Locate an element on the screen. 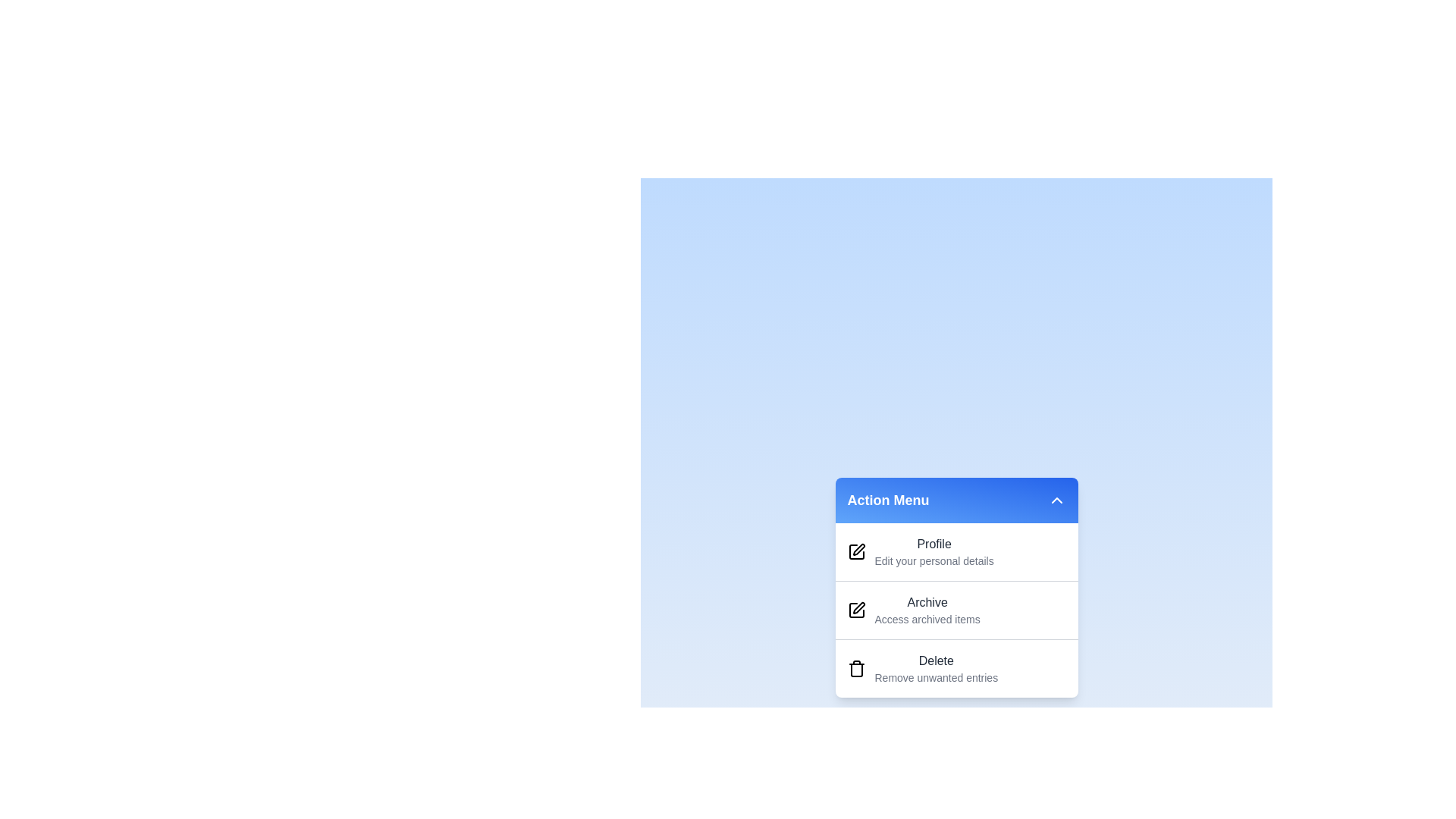  the menu item corresponding to Profile is located at coordinates (910, 529).